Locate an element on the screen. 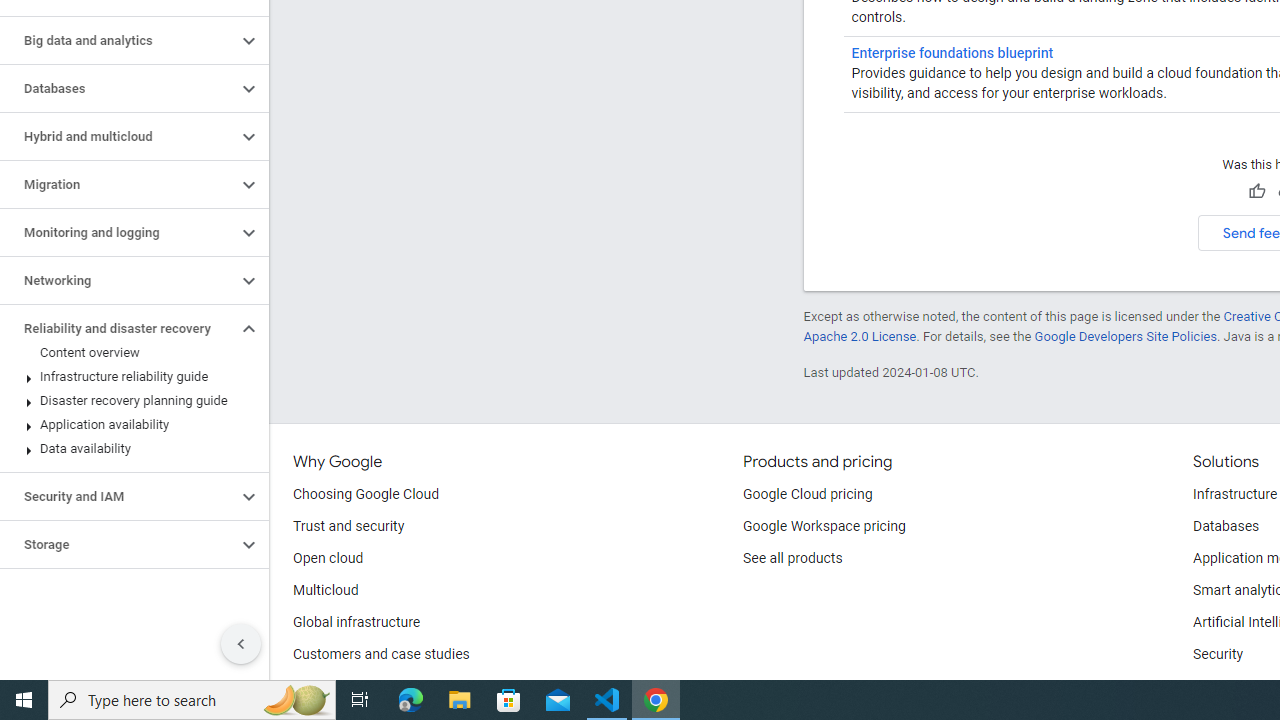 This screenshot has height=720, width=1280. 'Security and IAM' is located at coordinates (117, 496).